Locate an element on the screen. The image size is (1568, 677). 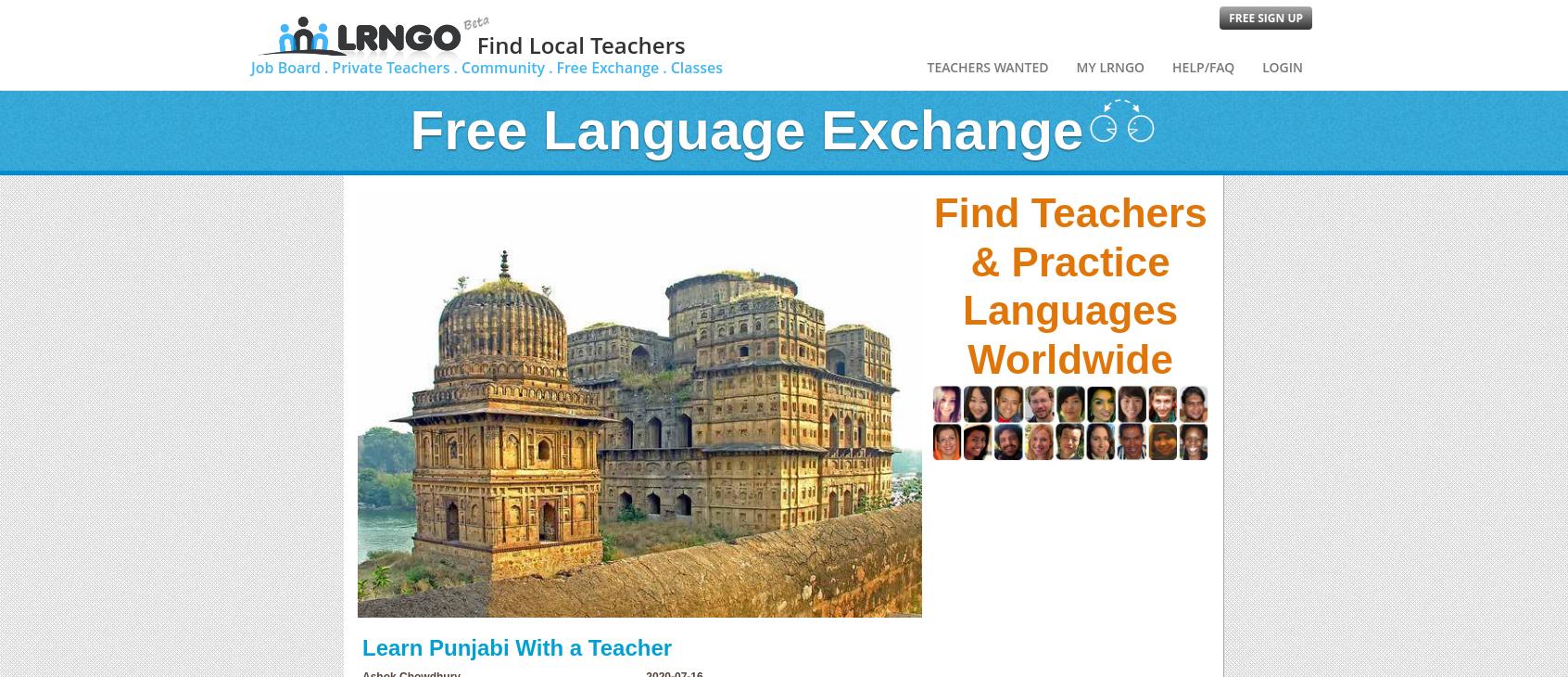
'Free Exchange .' is located at coordinates (611, 67).